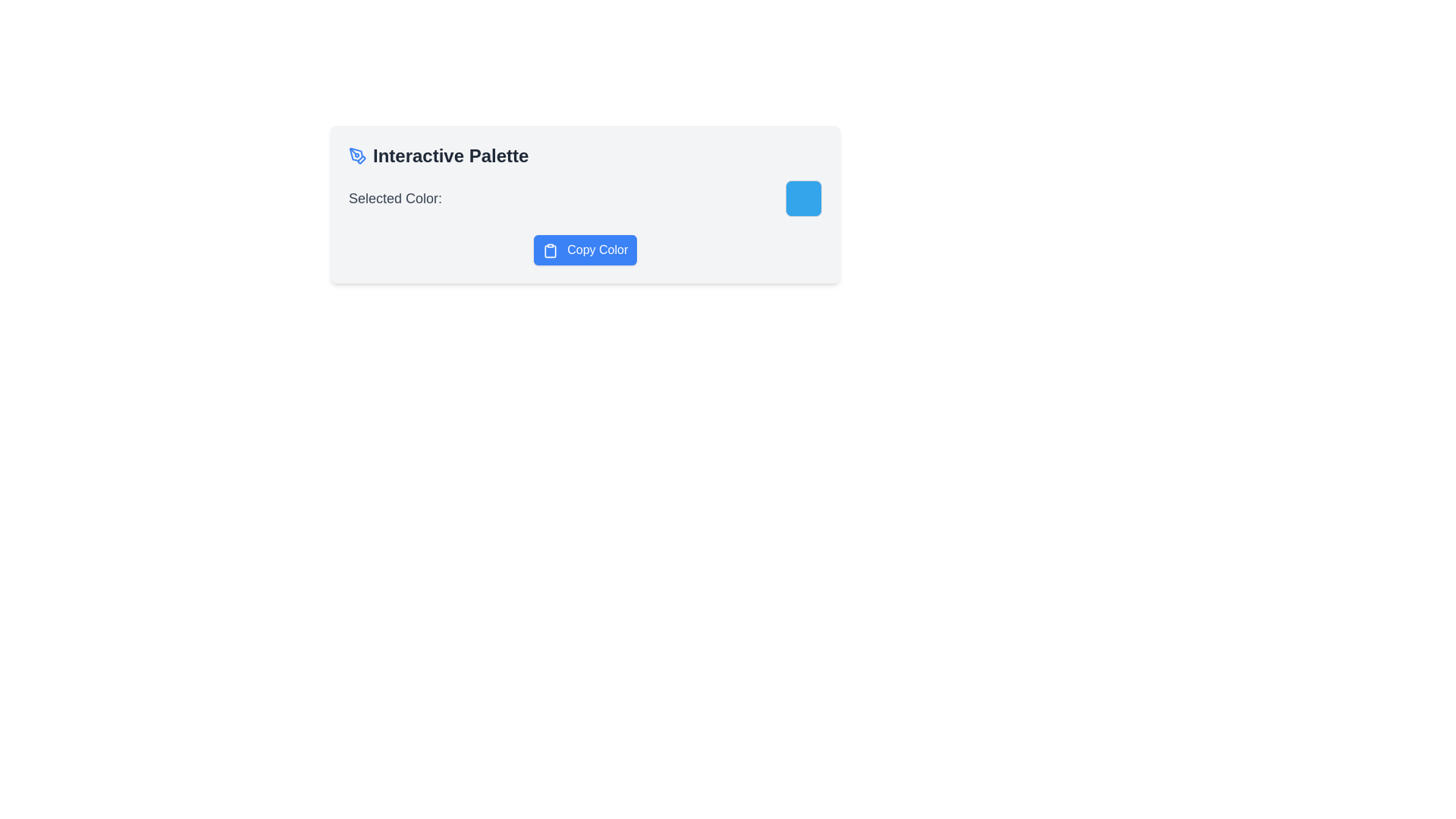 The height and width of the screenshot is (819, 1456). What do you see at coordinates (395, 198) in the screenshot?
I see `the text label displaying 'Selected Color:' which is styled in gray and positioned to the left of a blue square element` at bounding box center [395, 198].